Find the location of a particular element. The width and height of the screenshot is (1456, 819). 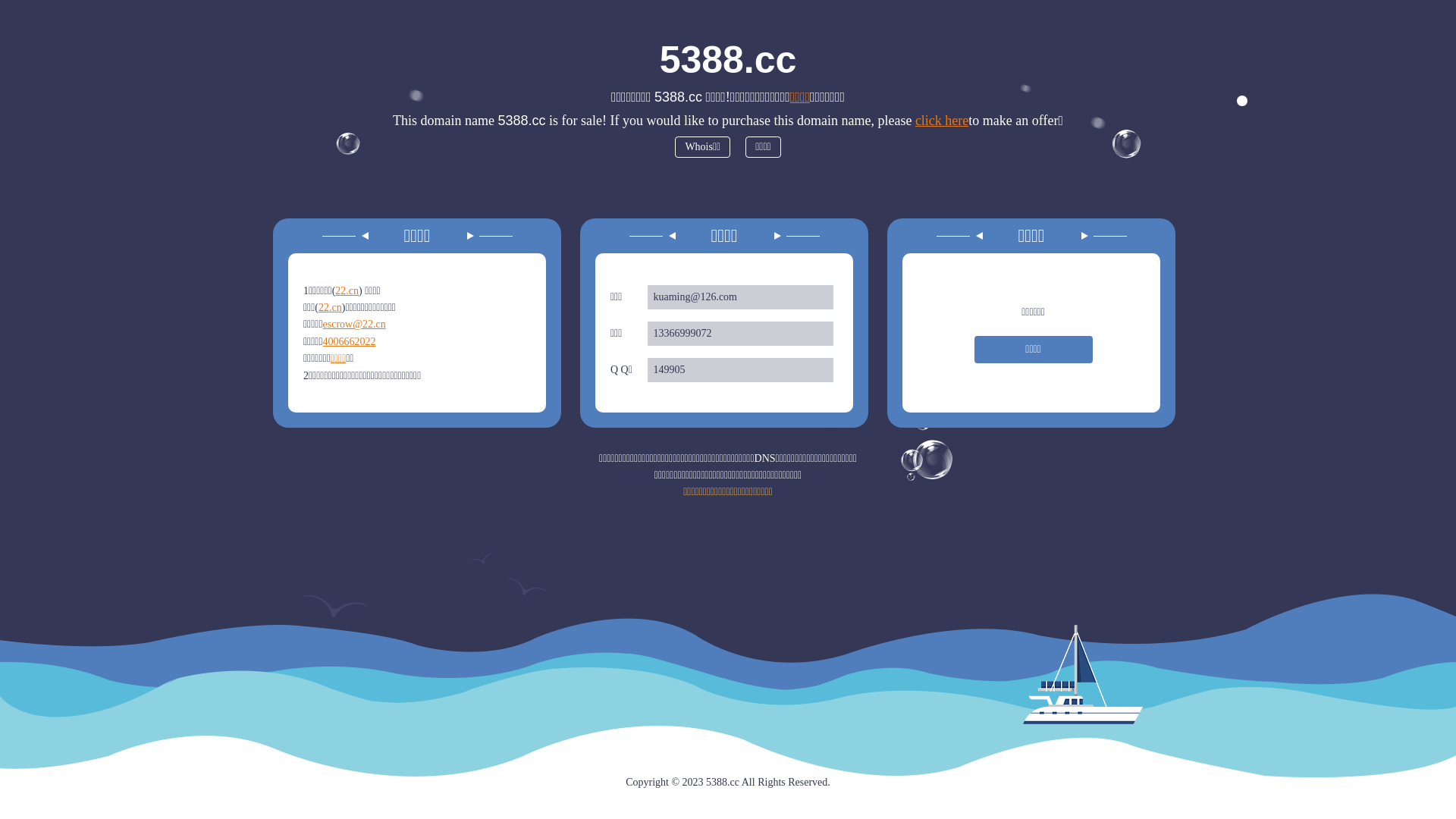

'4006662022' is located at coordinates (322, 341).